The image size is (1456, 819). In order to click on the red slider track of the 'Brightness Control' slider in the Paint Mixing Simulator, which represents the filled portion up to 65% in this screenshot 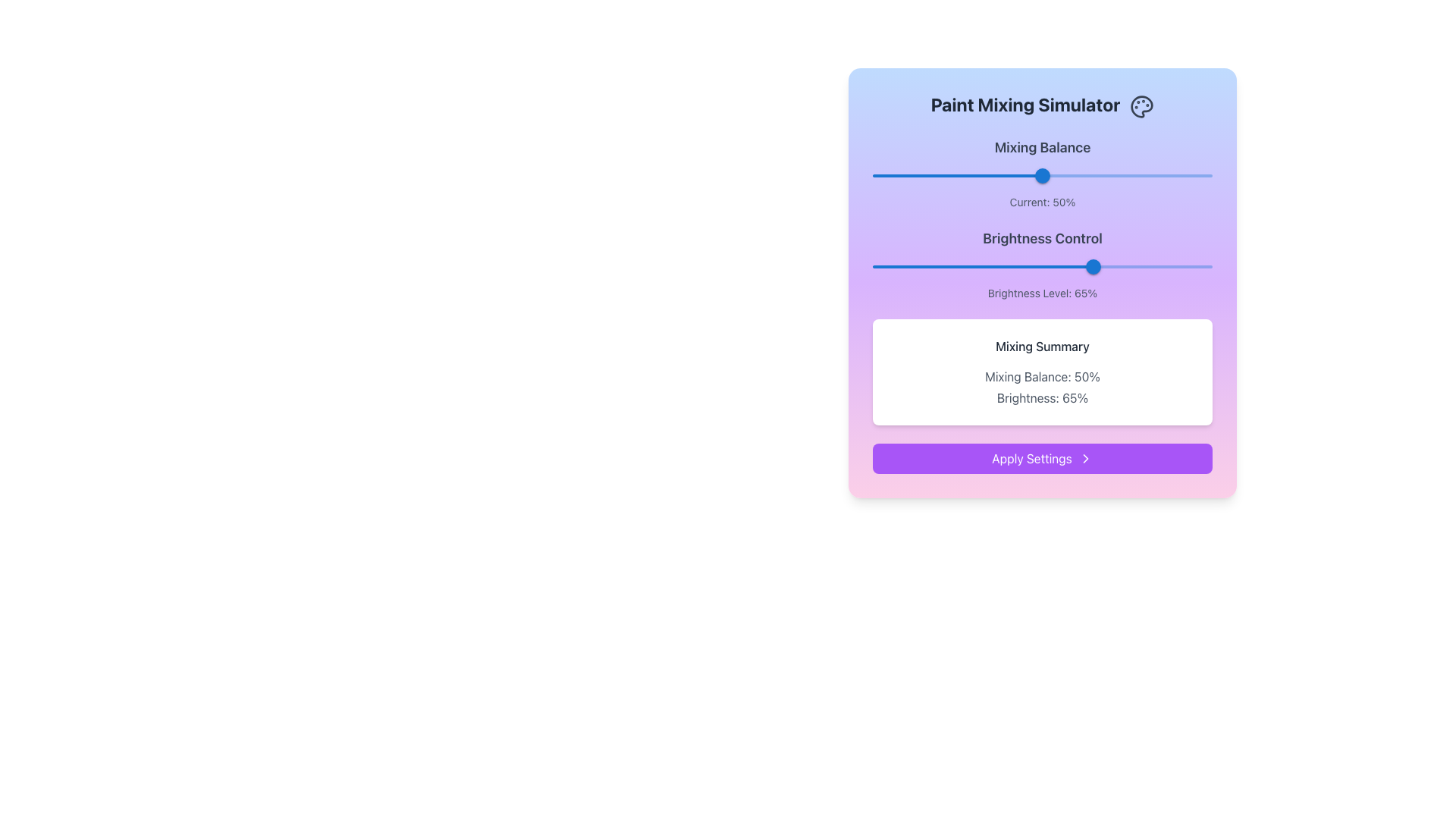, I will do `click(983, 265)`.